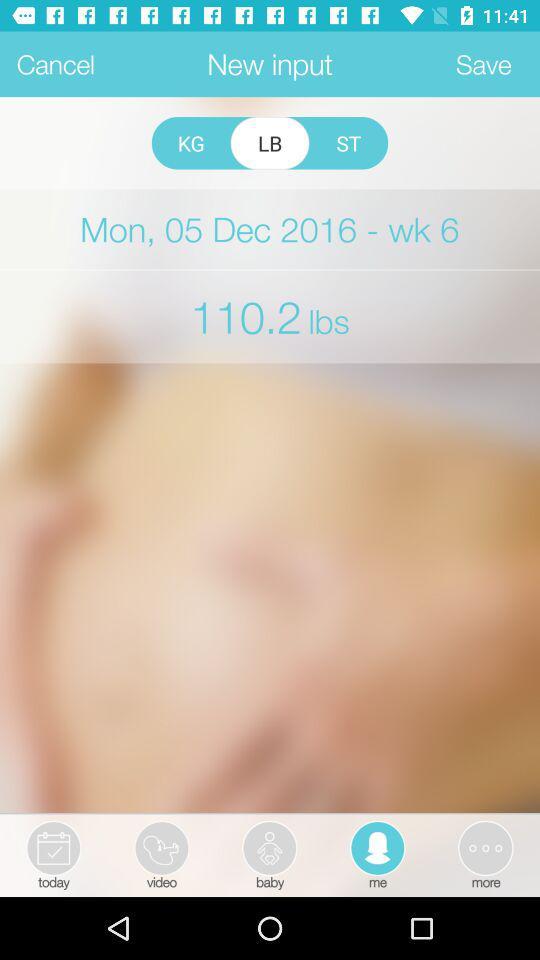 The width and height of the screenshot is (540, 960). What do you see at coordinates (270, 142) in the screenshot?
I see `icon to the left of the st radio button` at bounding box center [270, 142].